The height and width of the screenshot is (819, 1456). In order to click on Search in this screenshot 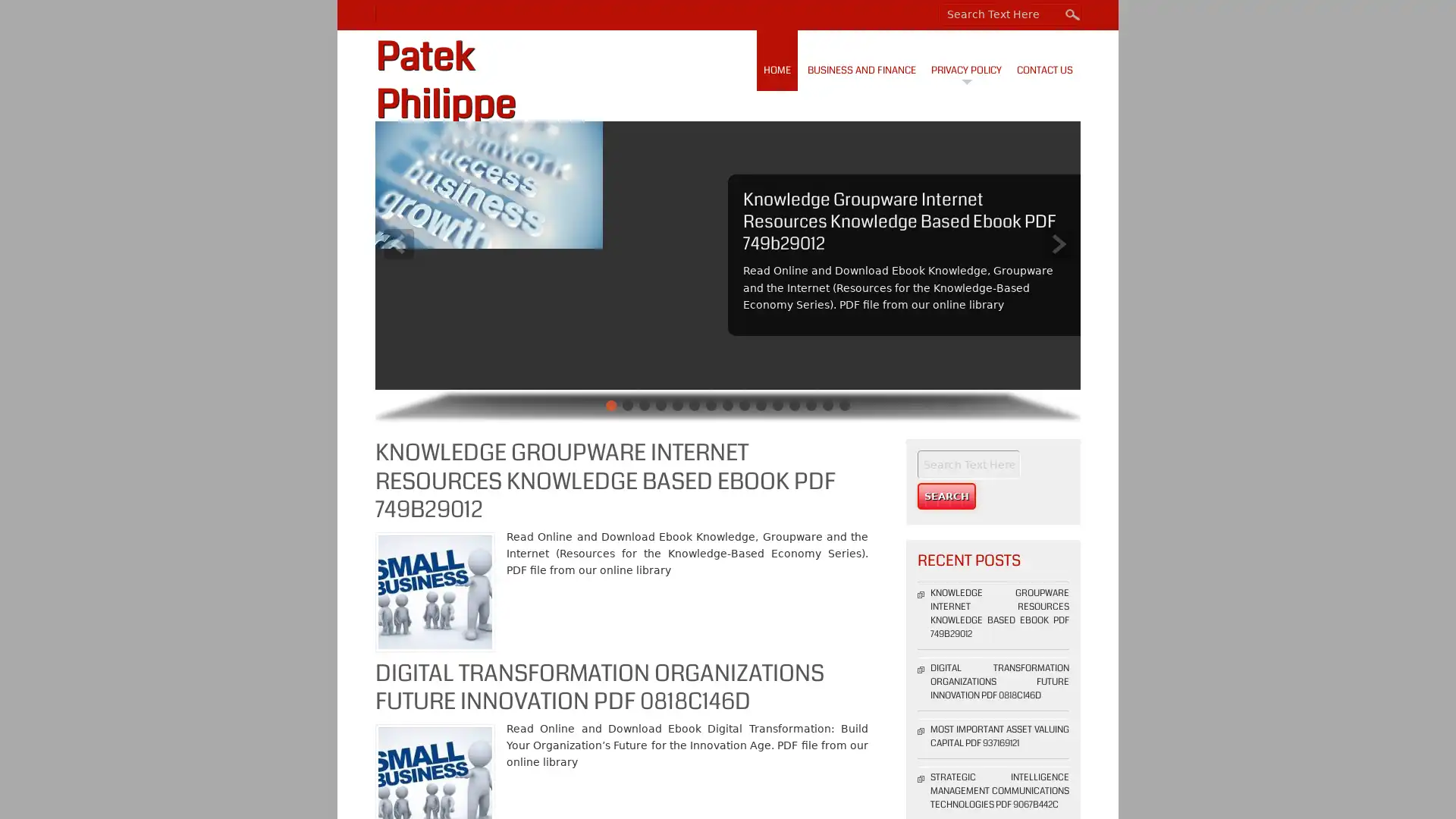, I will do `click(946, 496)`.